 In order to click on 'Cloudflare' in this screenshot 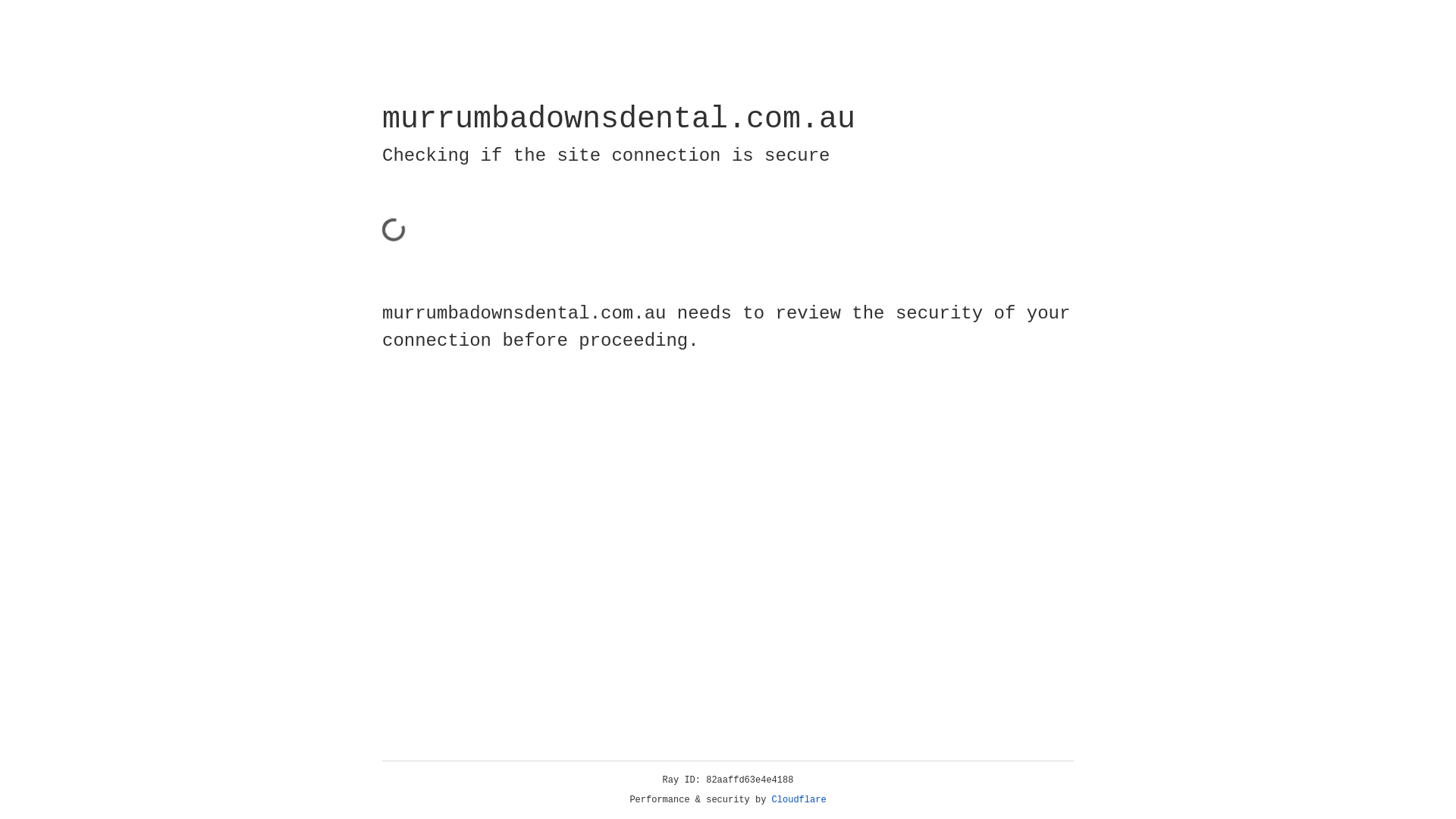, I will do `click(799, 799)`.